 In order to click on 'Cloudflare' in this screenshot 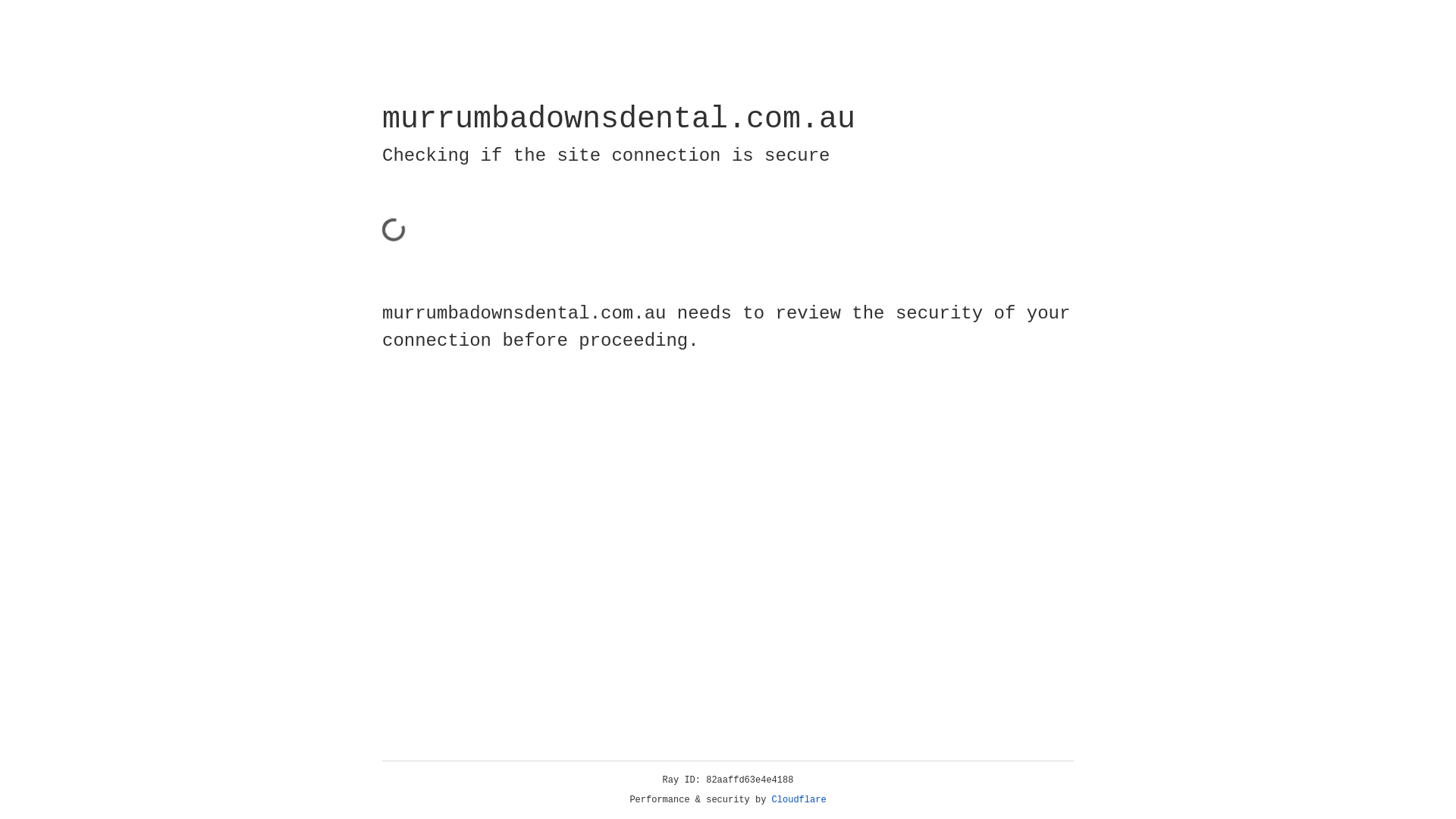, I will do `click(799, 799)`.